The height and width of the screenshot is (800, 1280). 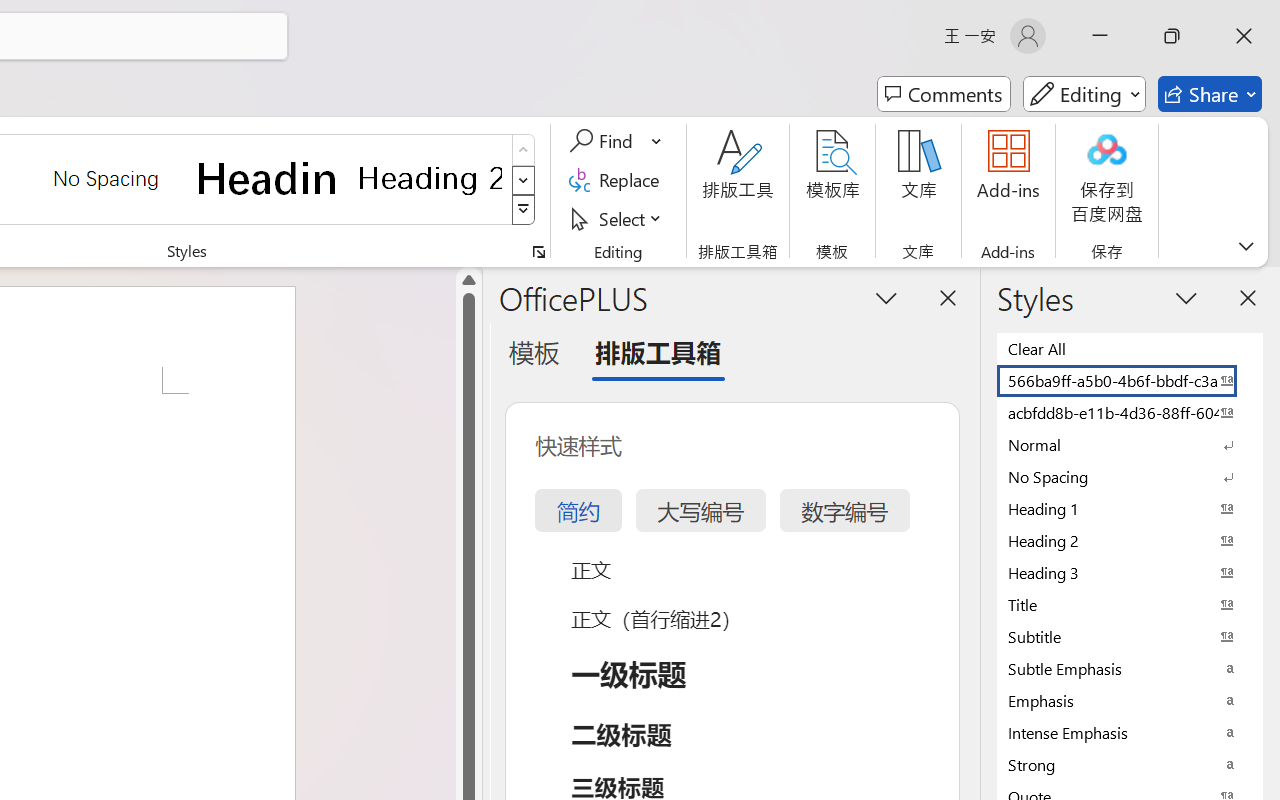 What do you see at coordinates (1130, 764) in the screenshot?
I see `'Strong'` at bounding box center [1130, 764].